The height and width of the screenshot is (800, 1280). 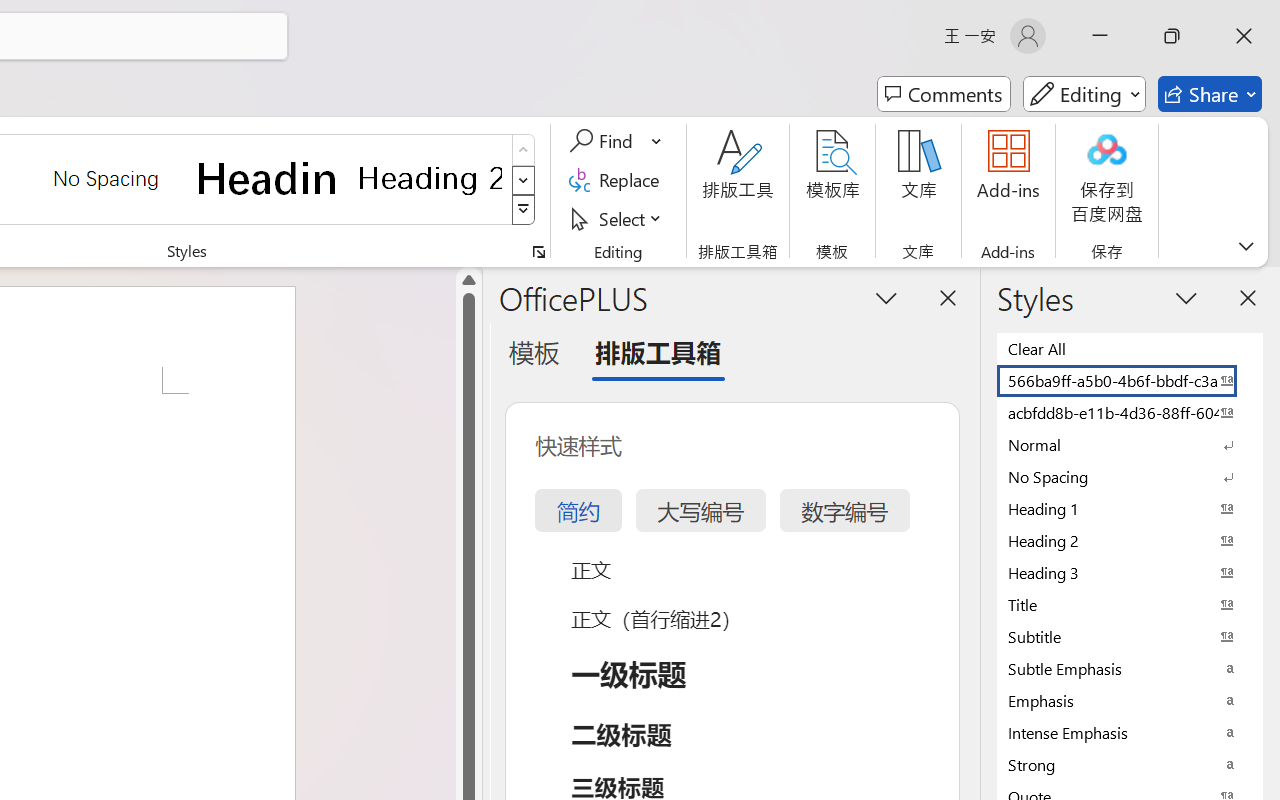 What do you see at coordinates (1130, 764) in the screenshot?
I see `'Strong'` at bounding box center [1130, 764].